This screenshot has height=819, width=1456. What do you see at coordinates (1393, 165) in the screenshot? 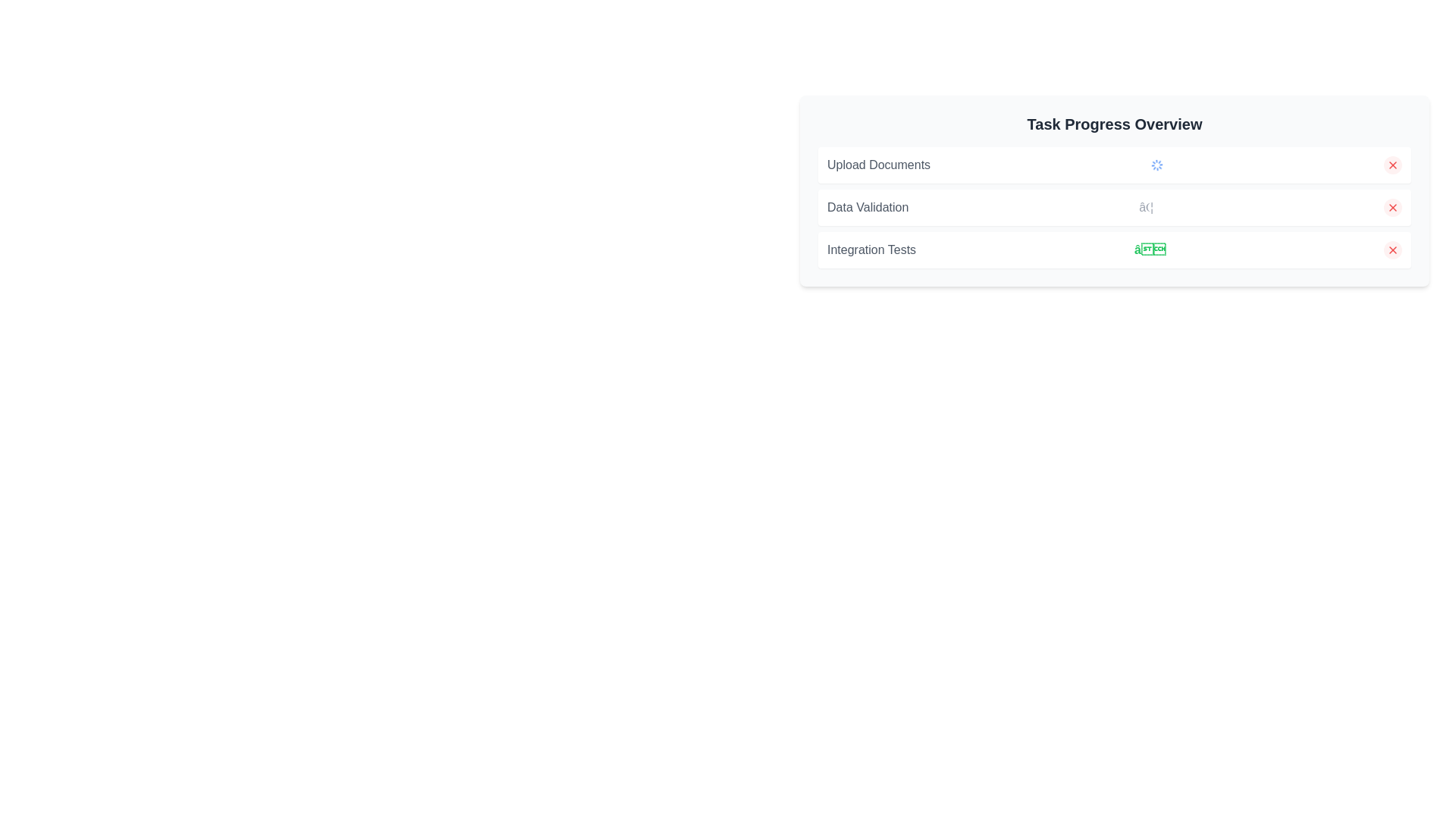
I see `the Close or Dismiss icon button located on the far-right side of the status indicator in the 'Task Progress Overview' panel for keyboard accessibility` at bounding box center [1393, 165].